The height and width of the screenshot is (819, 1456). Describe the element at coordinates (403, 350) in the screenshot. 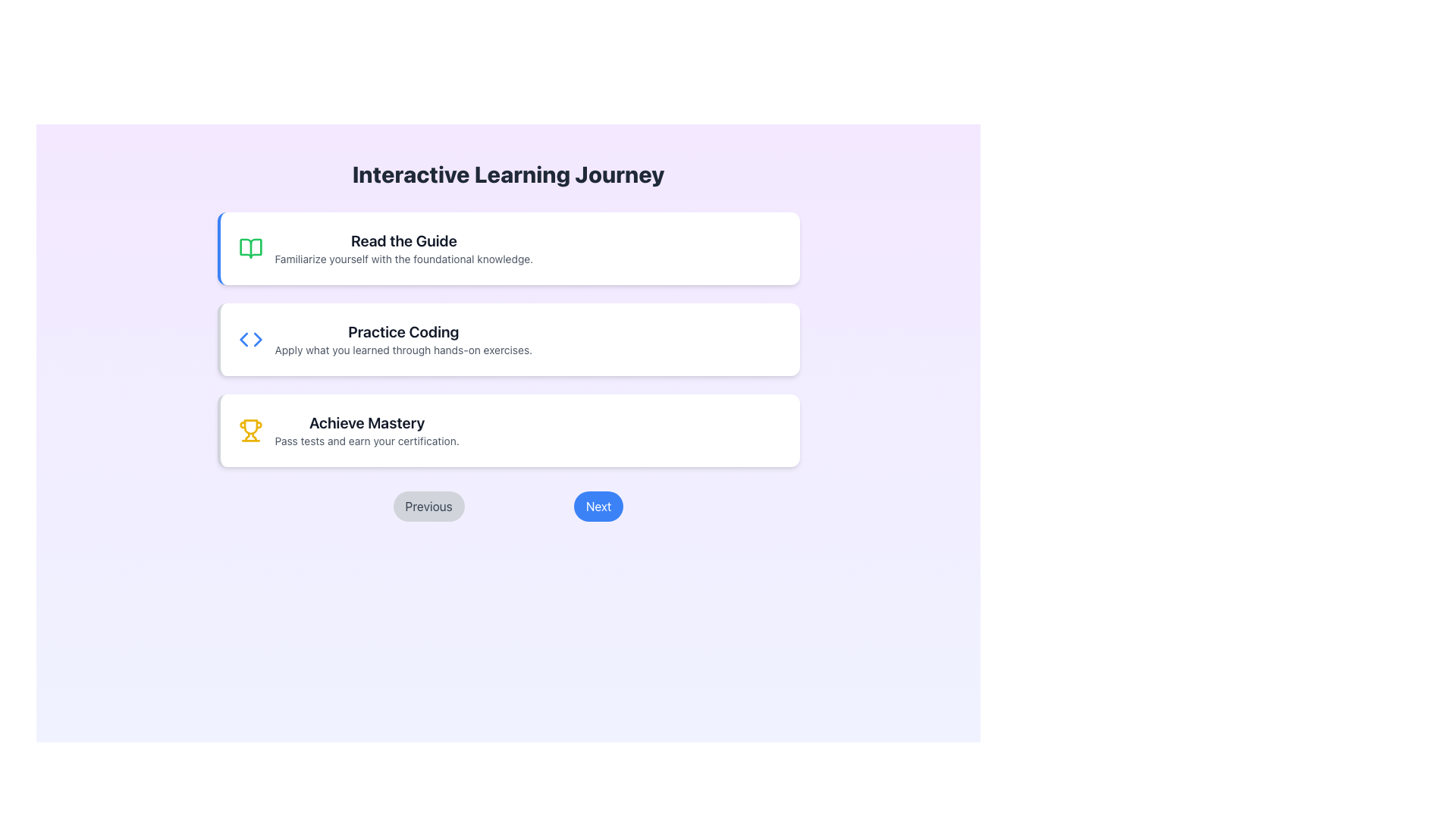

I see `the Text Label that provides supplemental information about the 'Practice Coding' header, which is positioned directly below it` at that location.